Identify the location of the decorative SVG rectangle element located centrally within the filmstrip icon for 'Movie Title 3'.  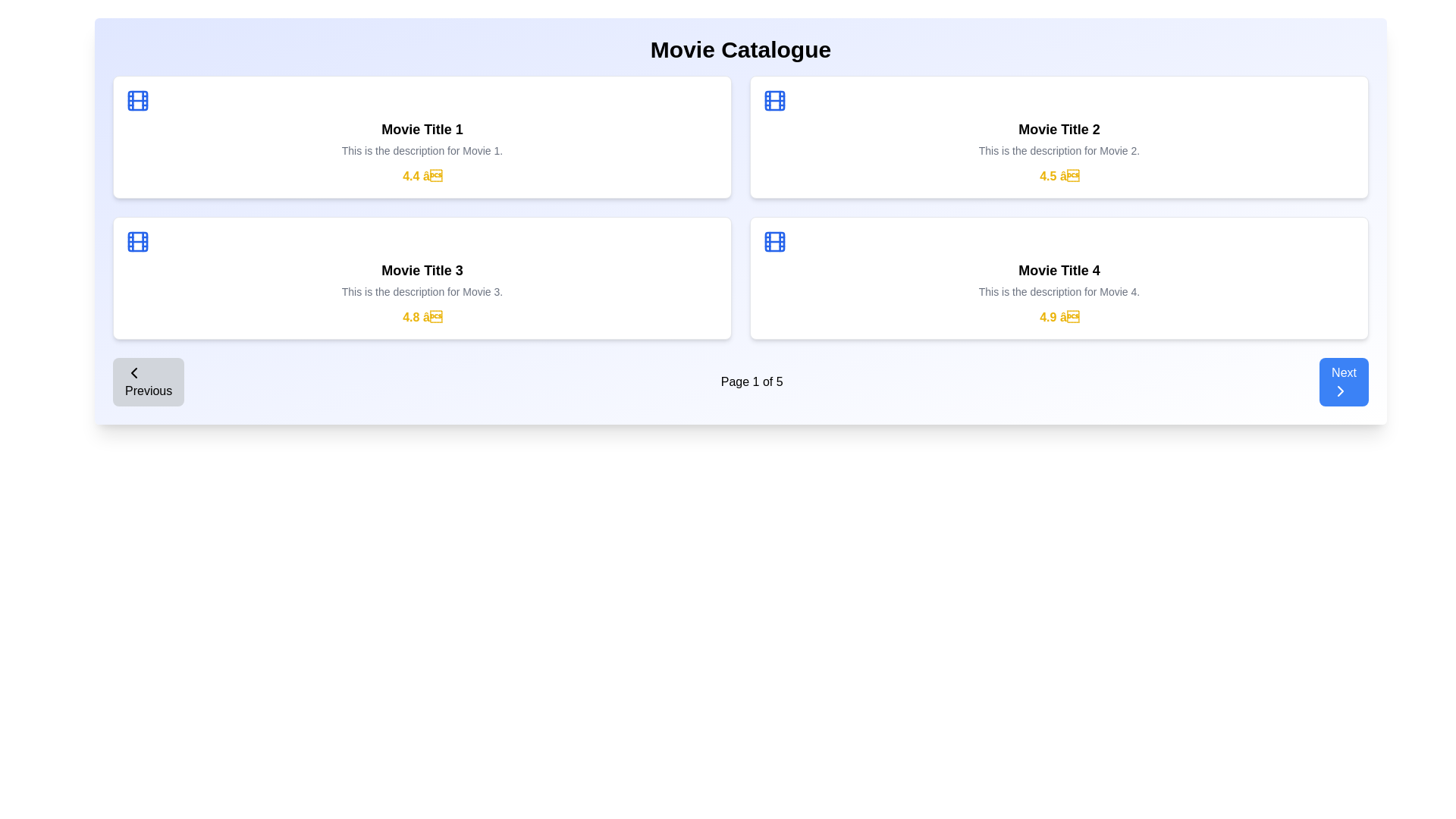
(138, 241).